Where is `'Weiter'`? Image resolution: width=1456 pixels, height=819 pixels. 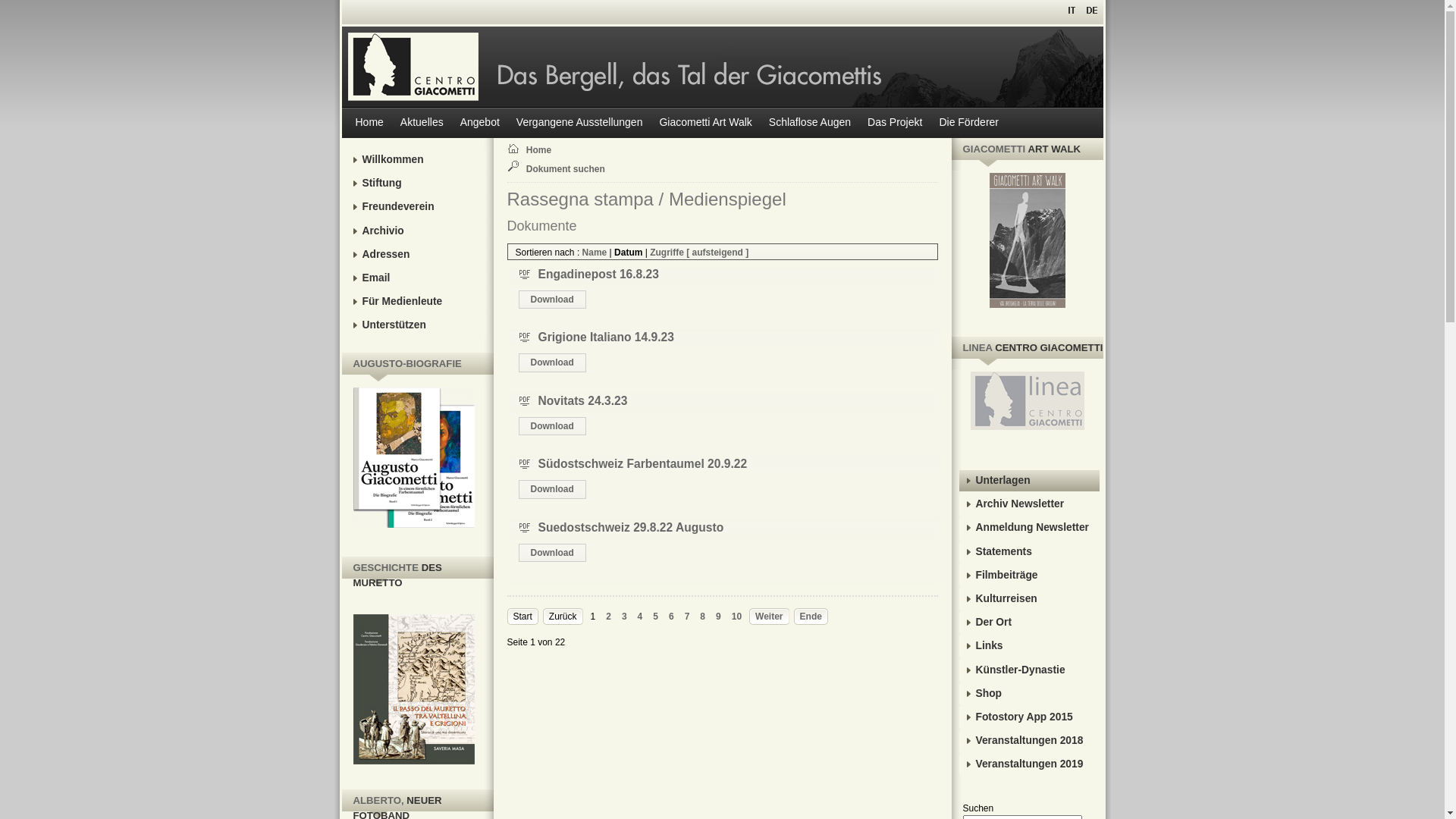 'Weiter' is located at coordinates (768, 617).